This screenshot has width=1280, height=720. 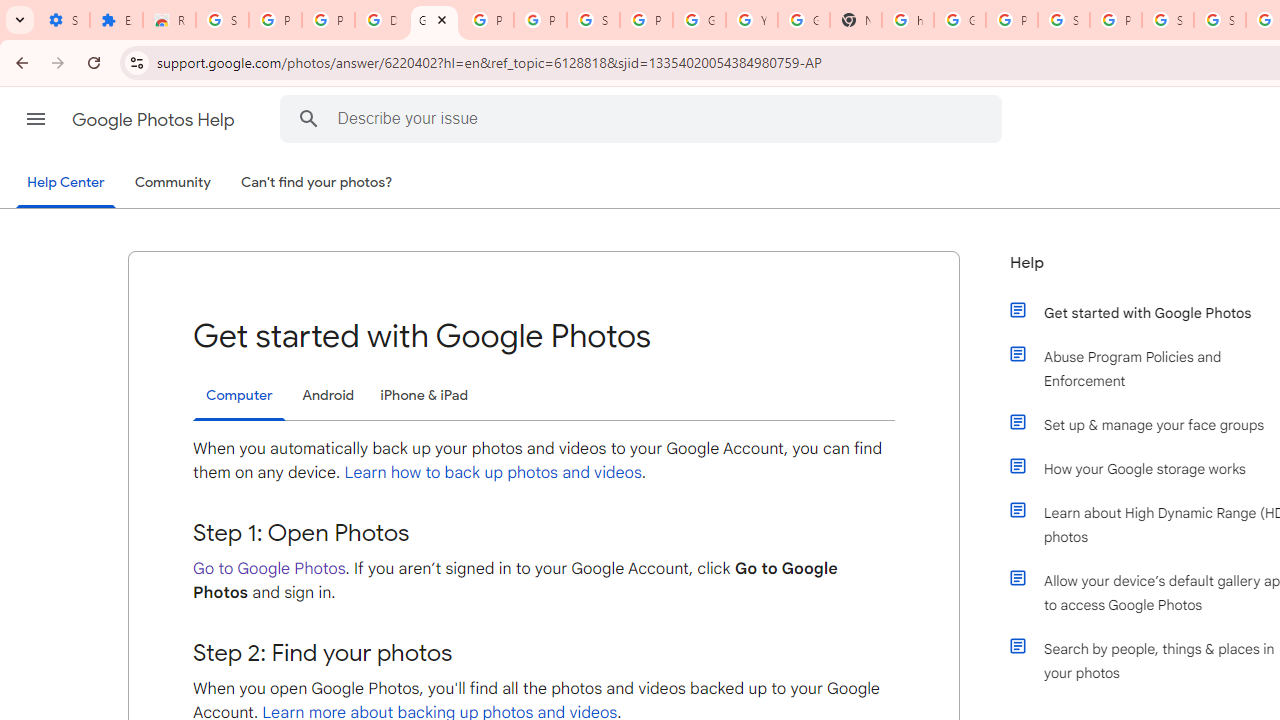 I want to click on 'Can', so click(x=316, y=183).